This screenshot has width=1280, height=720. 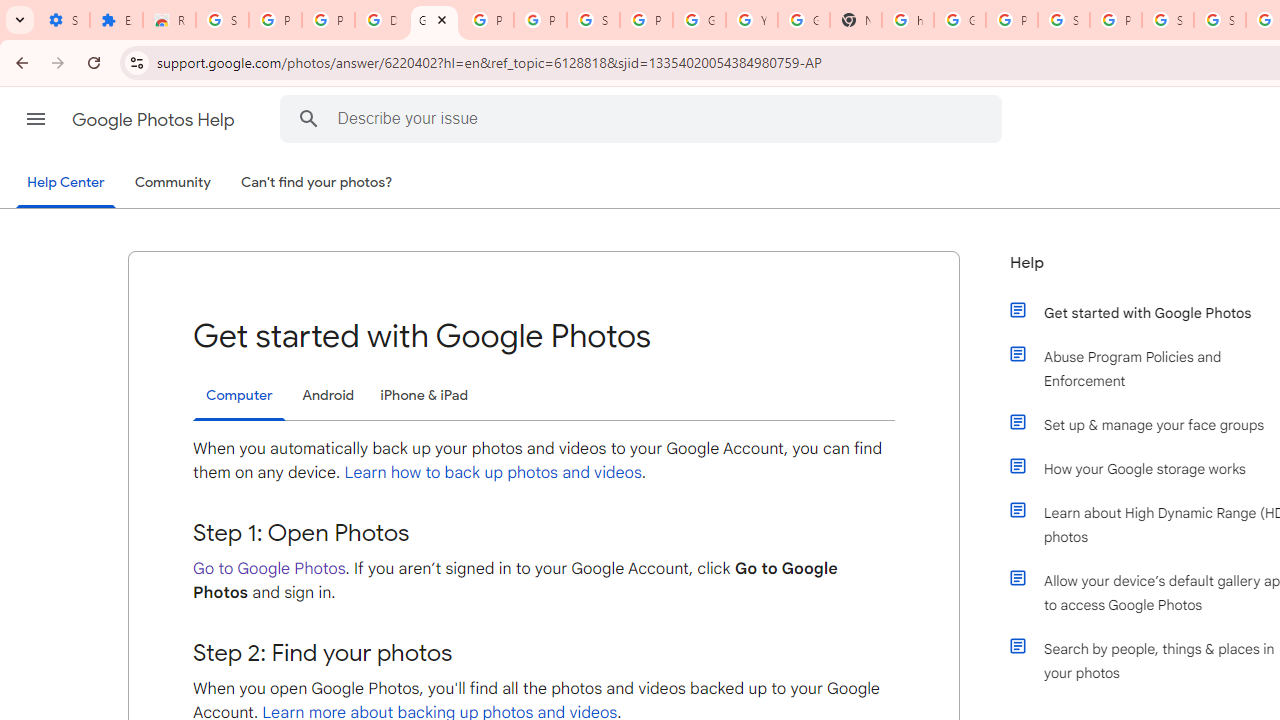 I want to click on 'Can', so click(x=316, y=183).